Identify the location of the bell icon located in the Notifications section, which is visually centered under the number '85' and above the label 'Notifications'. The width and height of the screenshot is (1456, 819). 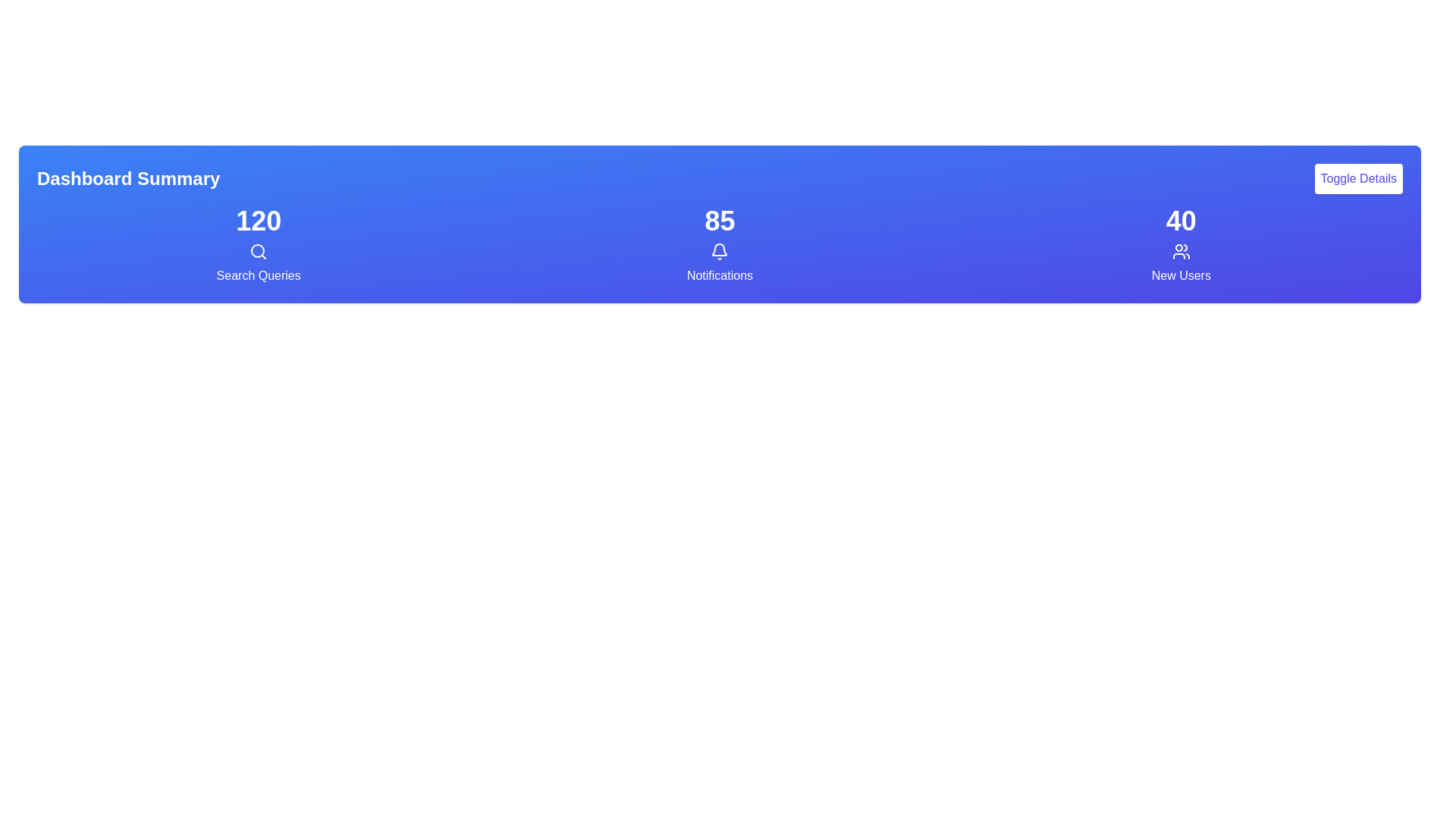
(719, 250).